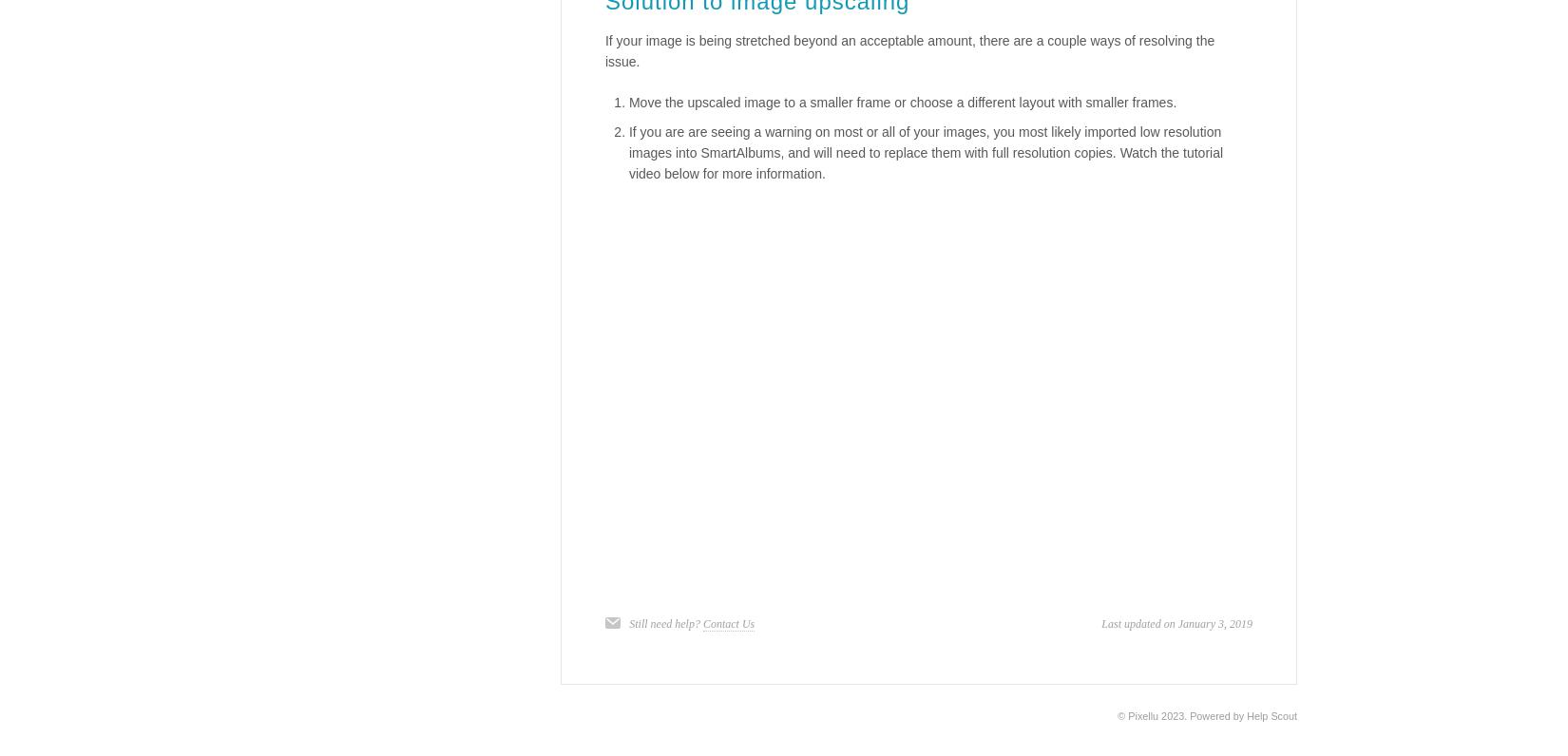 This screenshot has width=1568, height=756. Describe the element at coordinates (925, 151) in the screenshot. I see `'If you are are seeing a warning on most or all of your images, you most likely imported low resolution images into SmartAlbums, and will need to replace them with full resolution copies. Watch the tutorial video below for more information.'` at that location.